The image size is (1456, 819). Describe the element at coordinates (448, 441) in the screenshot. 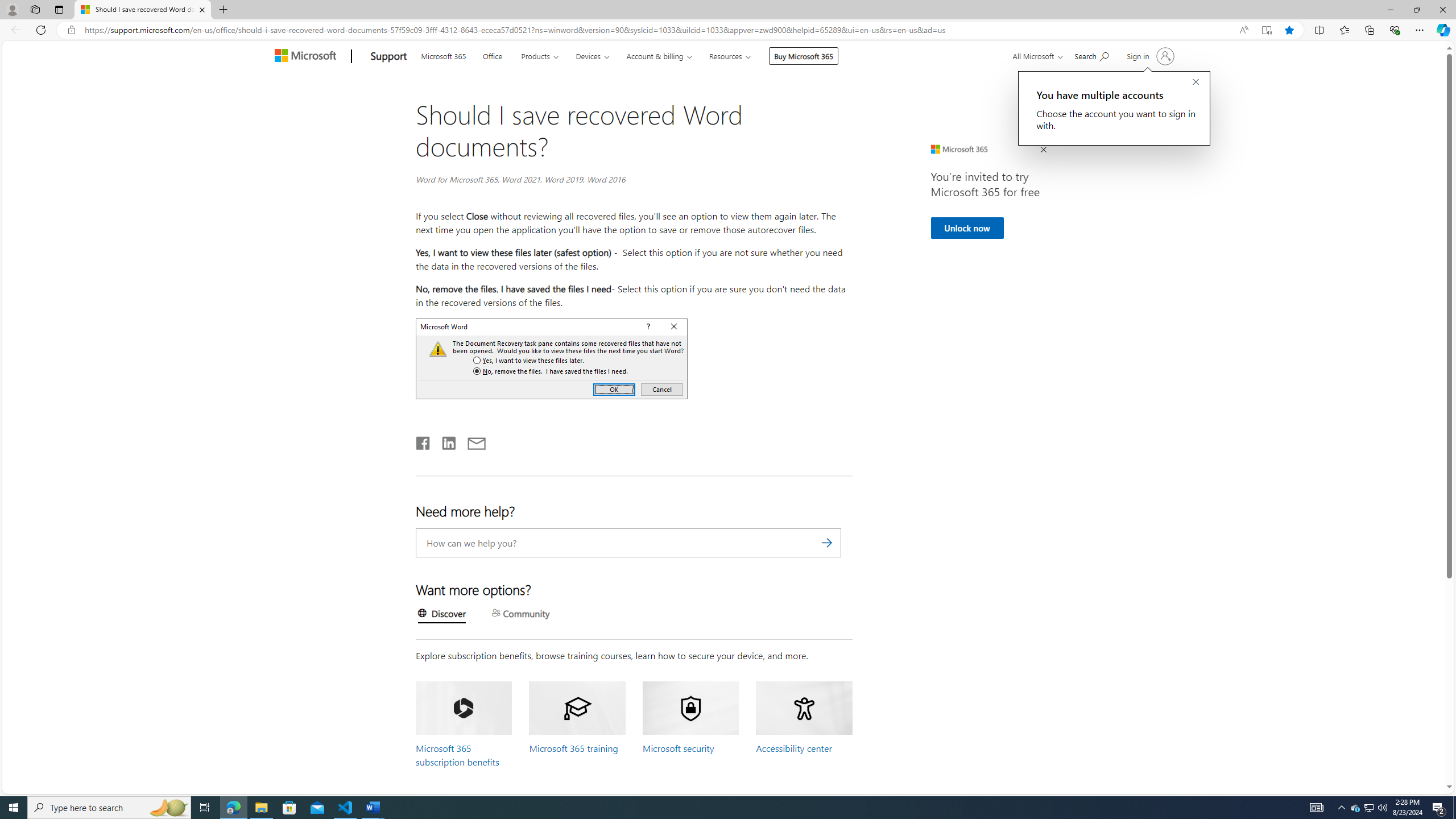

I see `'LinkedIn'` at that location.